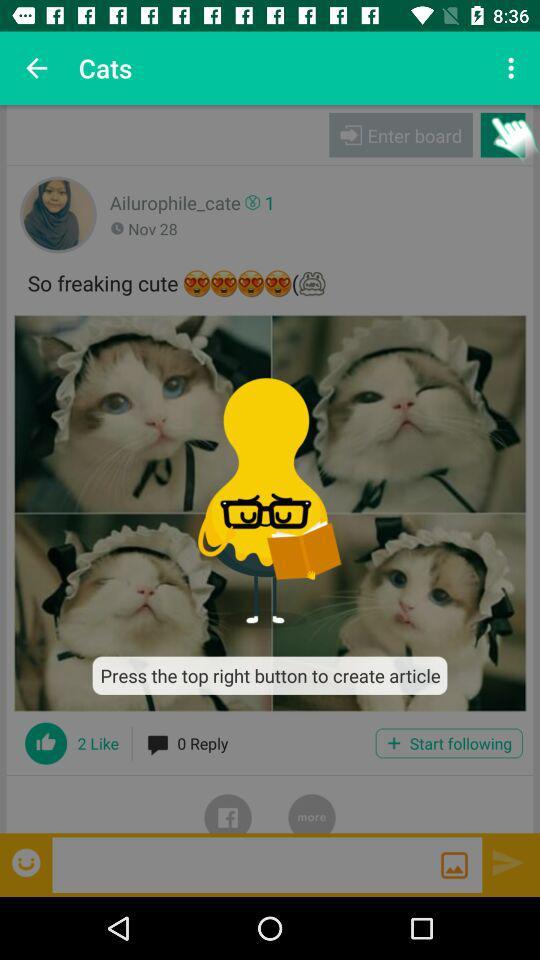  What do you see at coordinates (454, 864) in the screenshot?
I see `open image gallery` at bounding box center [454, 864].